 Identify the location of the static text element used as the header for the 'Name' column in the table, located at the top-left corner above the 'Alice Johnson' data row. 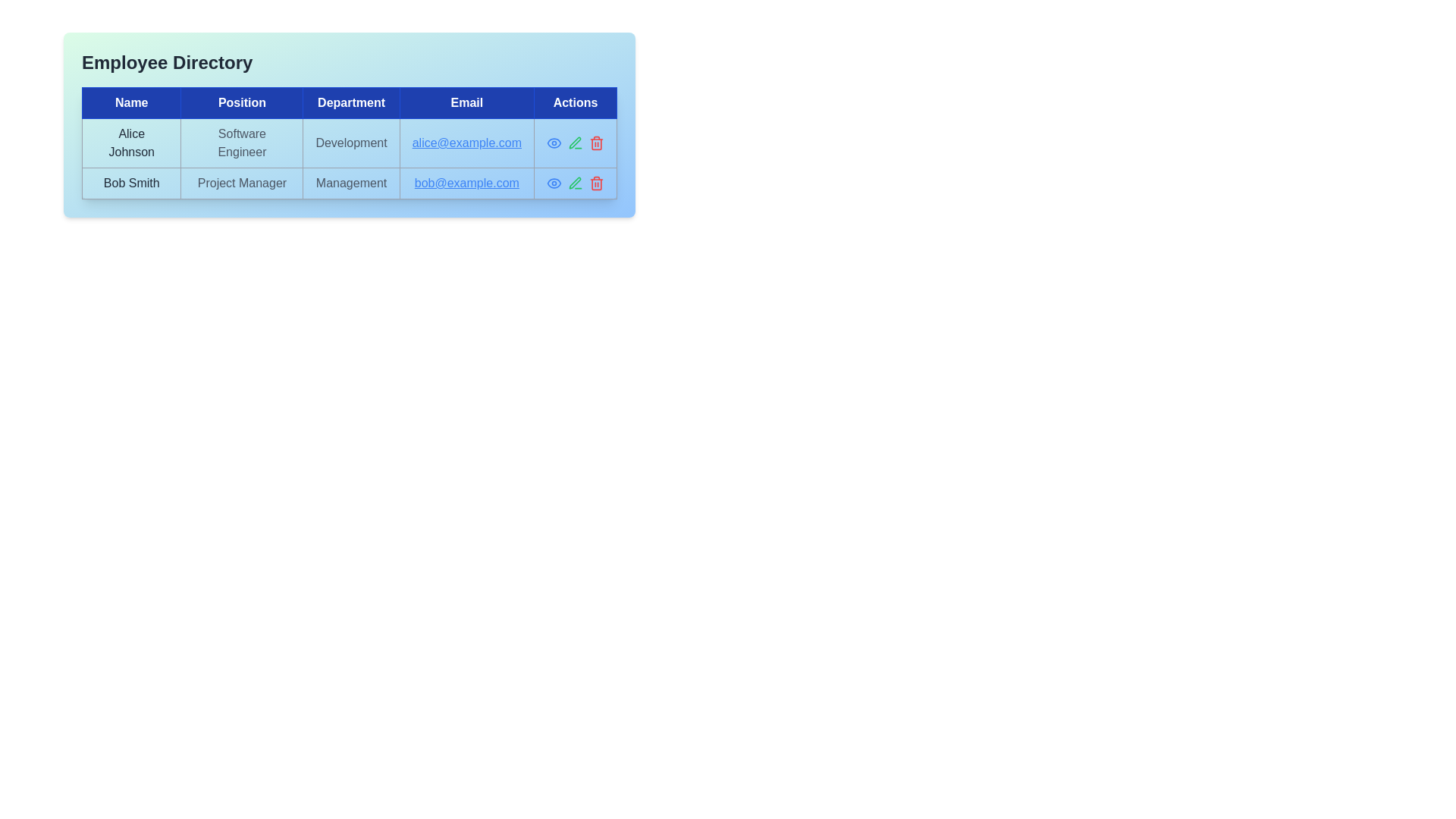
(131, 102).